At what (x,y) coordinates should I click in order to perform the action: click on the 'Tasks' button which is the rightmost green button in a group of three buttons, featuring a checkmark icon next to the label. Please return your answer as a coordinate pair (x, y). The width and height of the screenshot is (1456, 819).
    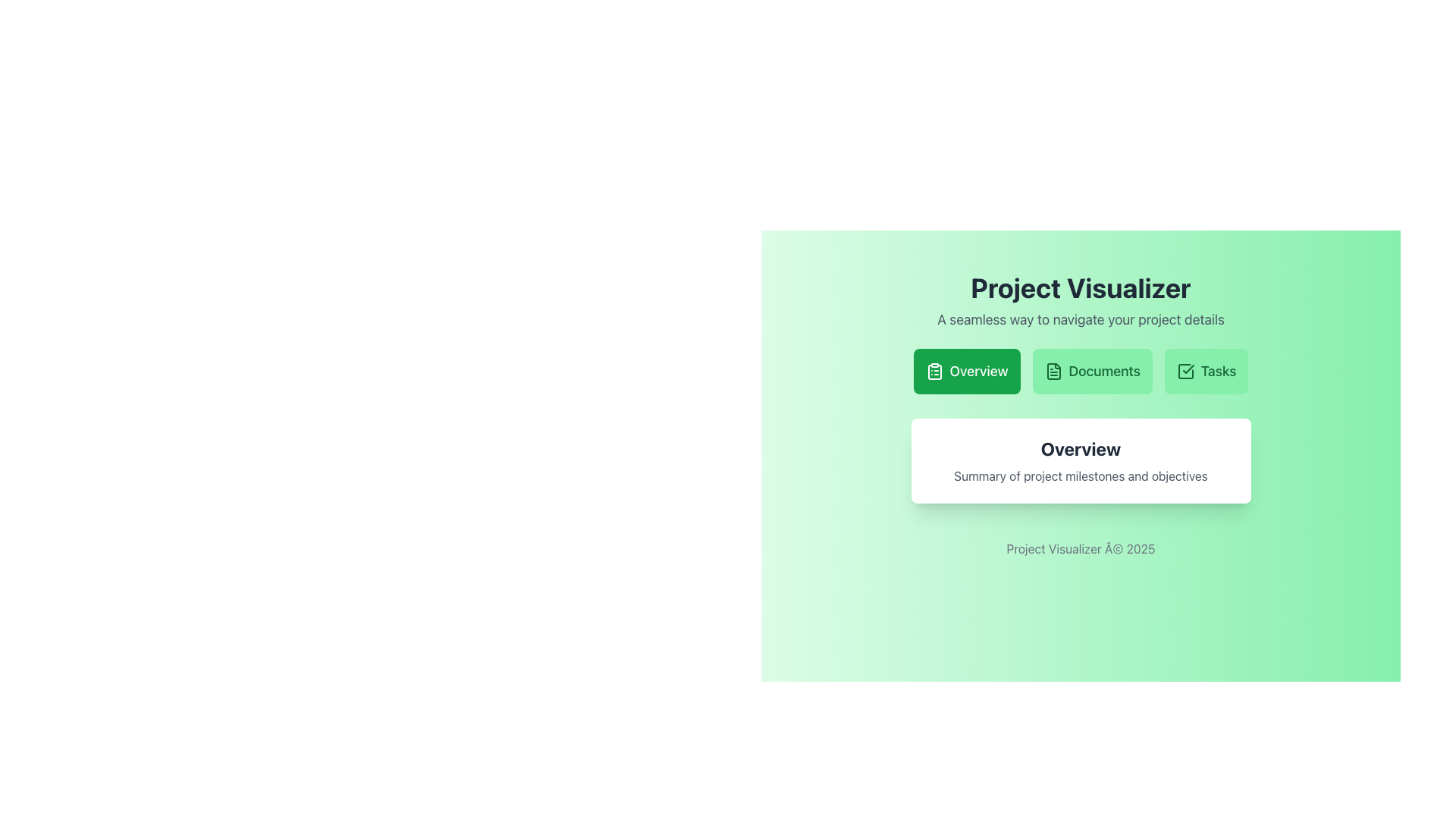
    Looking at the image, I should click on (1185, 371).